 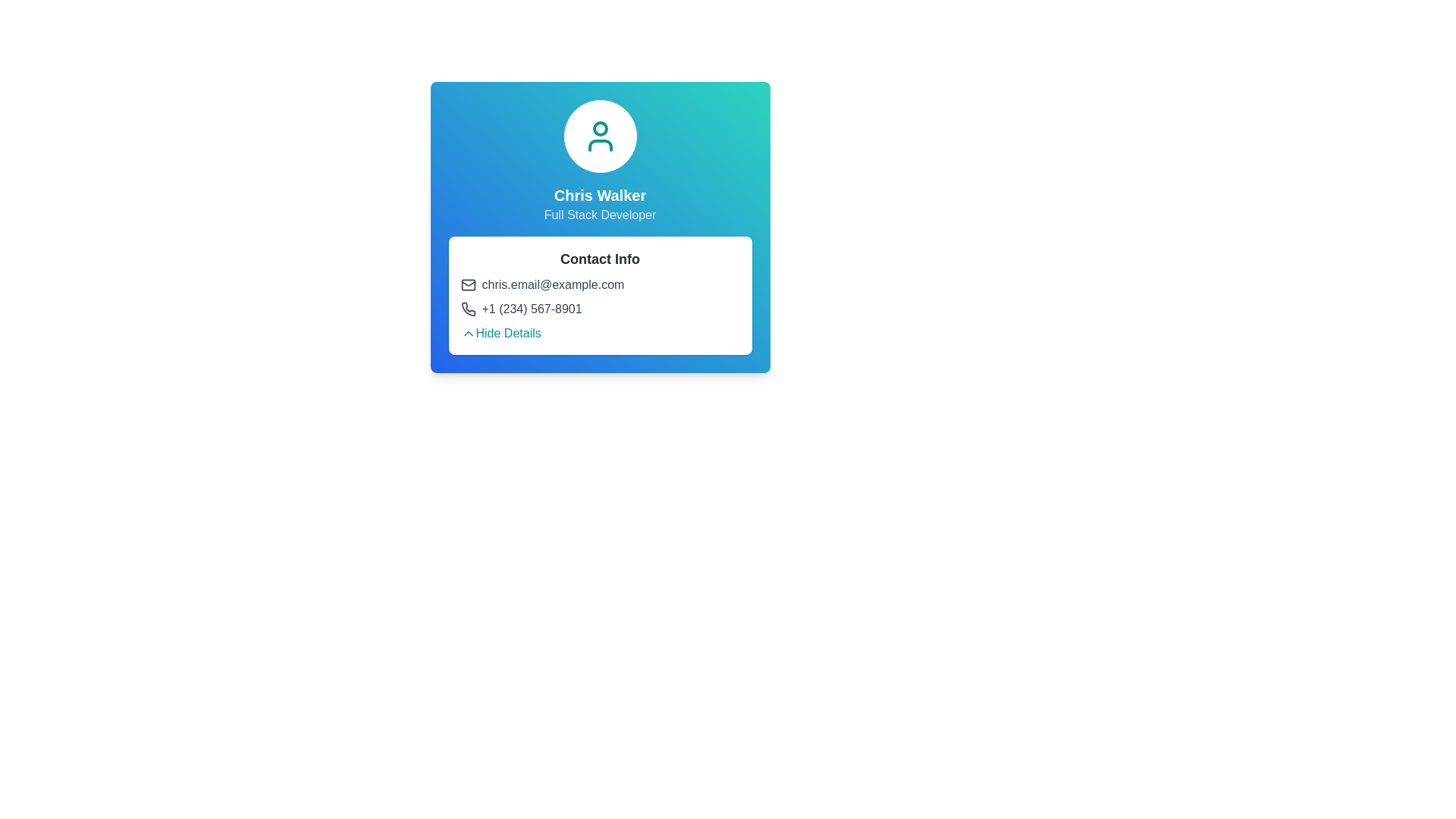 What do you see at coordinates (599, 146) in the screenshot?
I see `the lower semicircular arc of the user profile icon in the SVG component, which is part of the outline of the icon and located near the top center of the blue gradient background card` at bounding box center [599, 146].